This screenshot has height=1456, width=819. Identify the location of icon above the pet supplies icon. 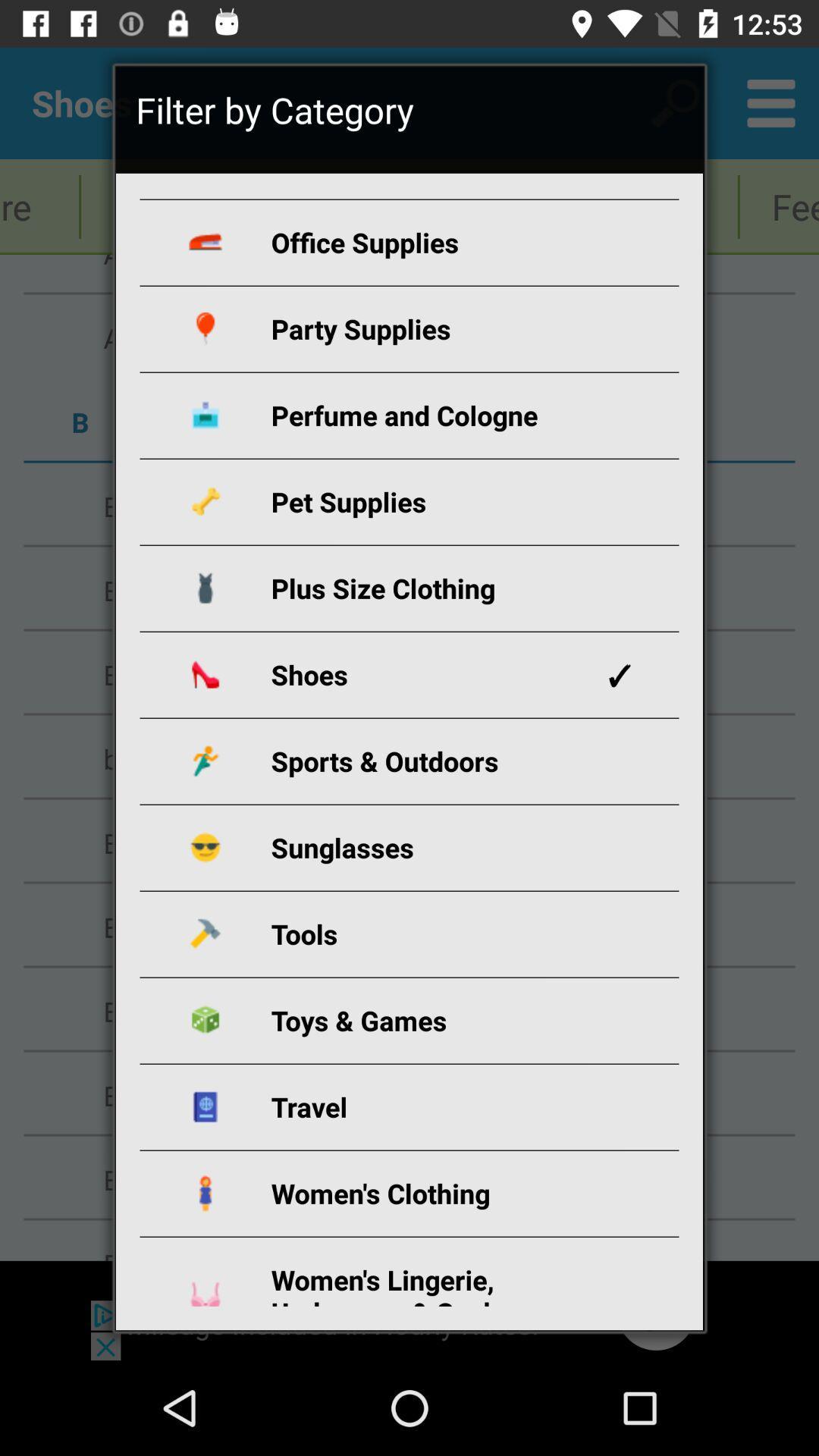
(427, 415).